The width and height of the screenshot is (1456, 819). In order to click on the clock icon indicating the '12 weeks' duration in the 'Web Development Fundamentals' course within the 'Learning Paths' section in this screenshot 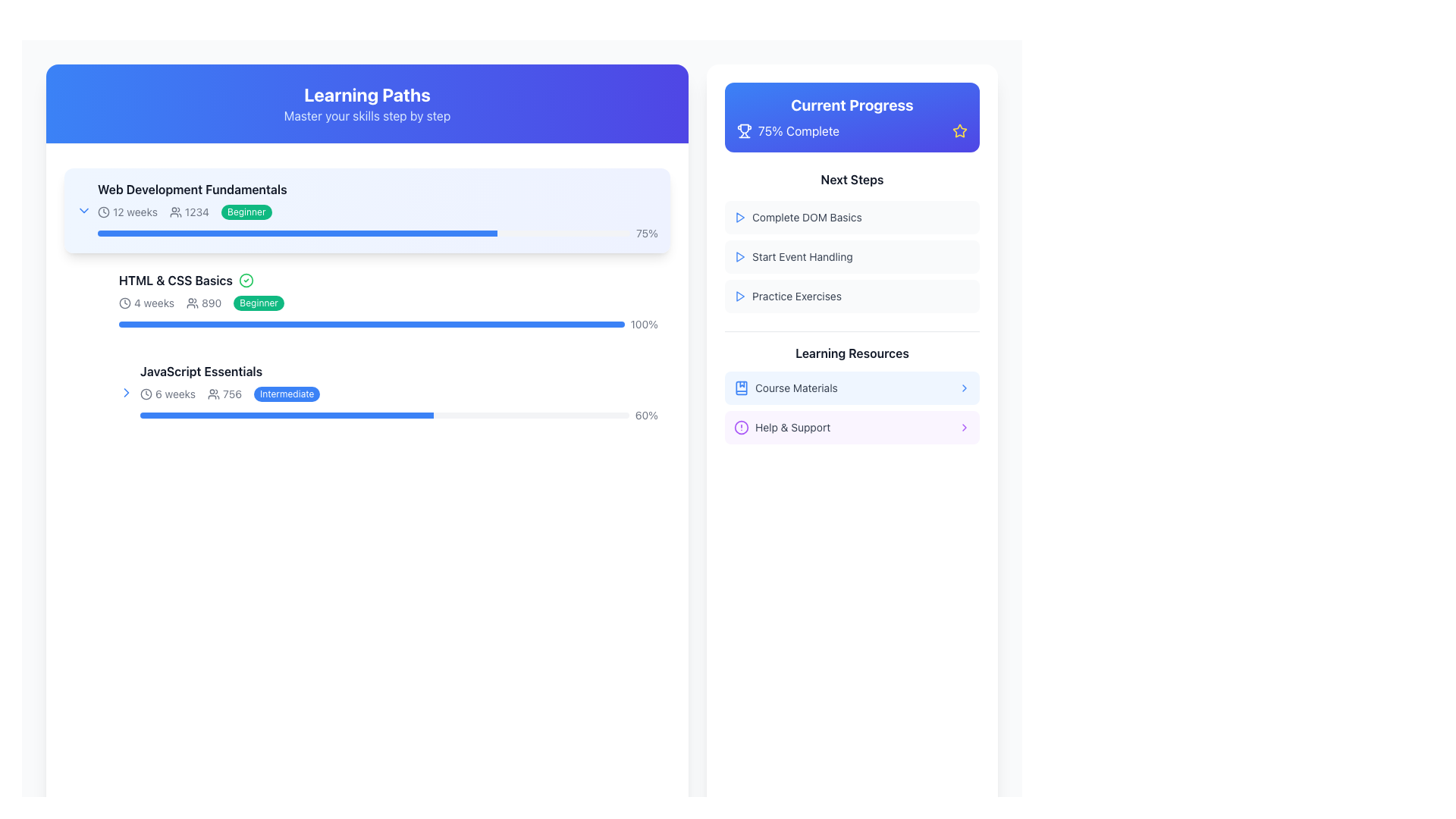, I will do `click(103, 212)`.